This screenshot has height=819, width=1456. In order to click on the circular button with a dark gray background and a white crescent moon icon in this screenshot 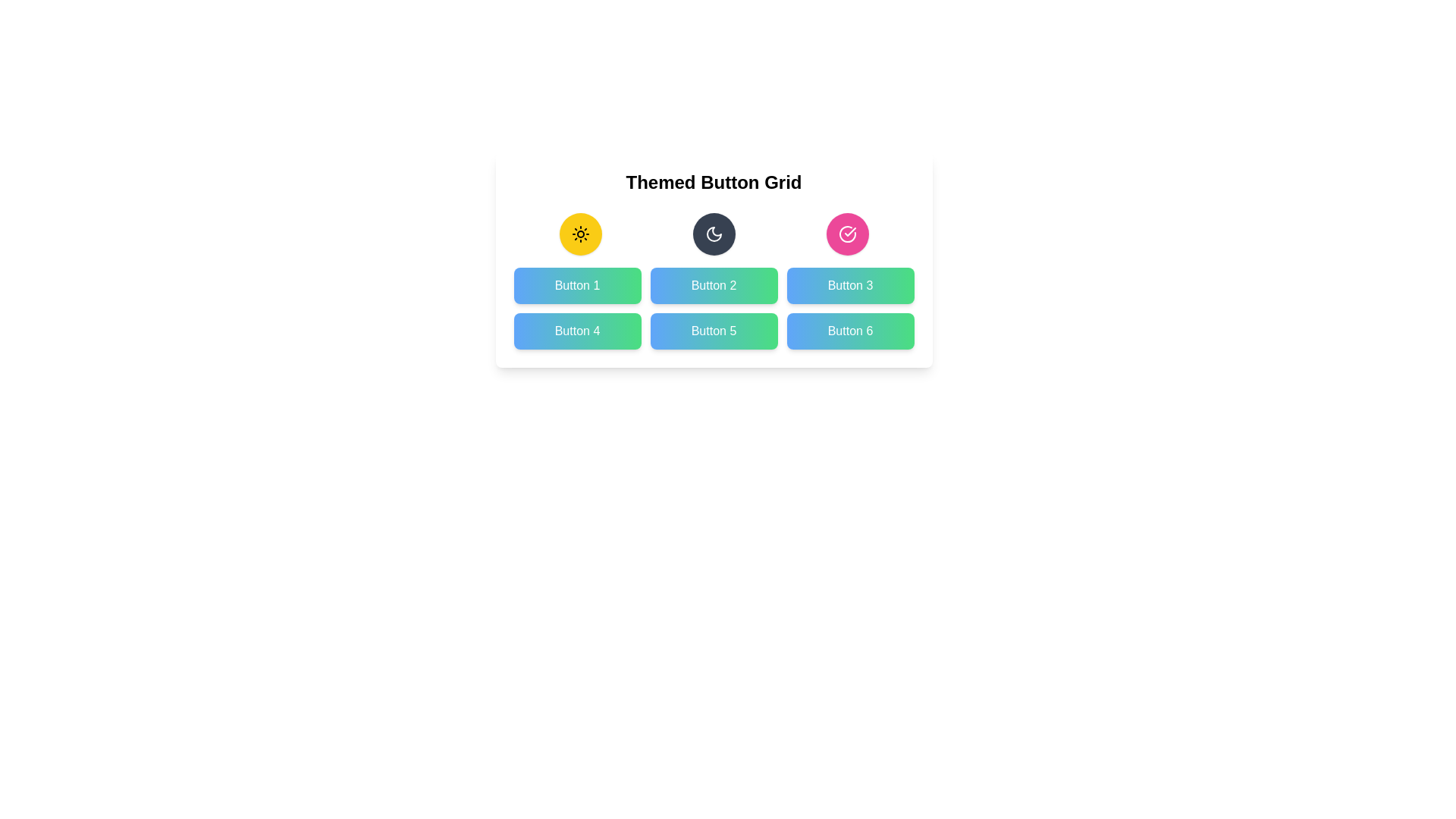, I will do `click(713, 234)`.